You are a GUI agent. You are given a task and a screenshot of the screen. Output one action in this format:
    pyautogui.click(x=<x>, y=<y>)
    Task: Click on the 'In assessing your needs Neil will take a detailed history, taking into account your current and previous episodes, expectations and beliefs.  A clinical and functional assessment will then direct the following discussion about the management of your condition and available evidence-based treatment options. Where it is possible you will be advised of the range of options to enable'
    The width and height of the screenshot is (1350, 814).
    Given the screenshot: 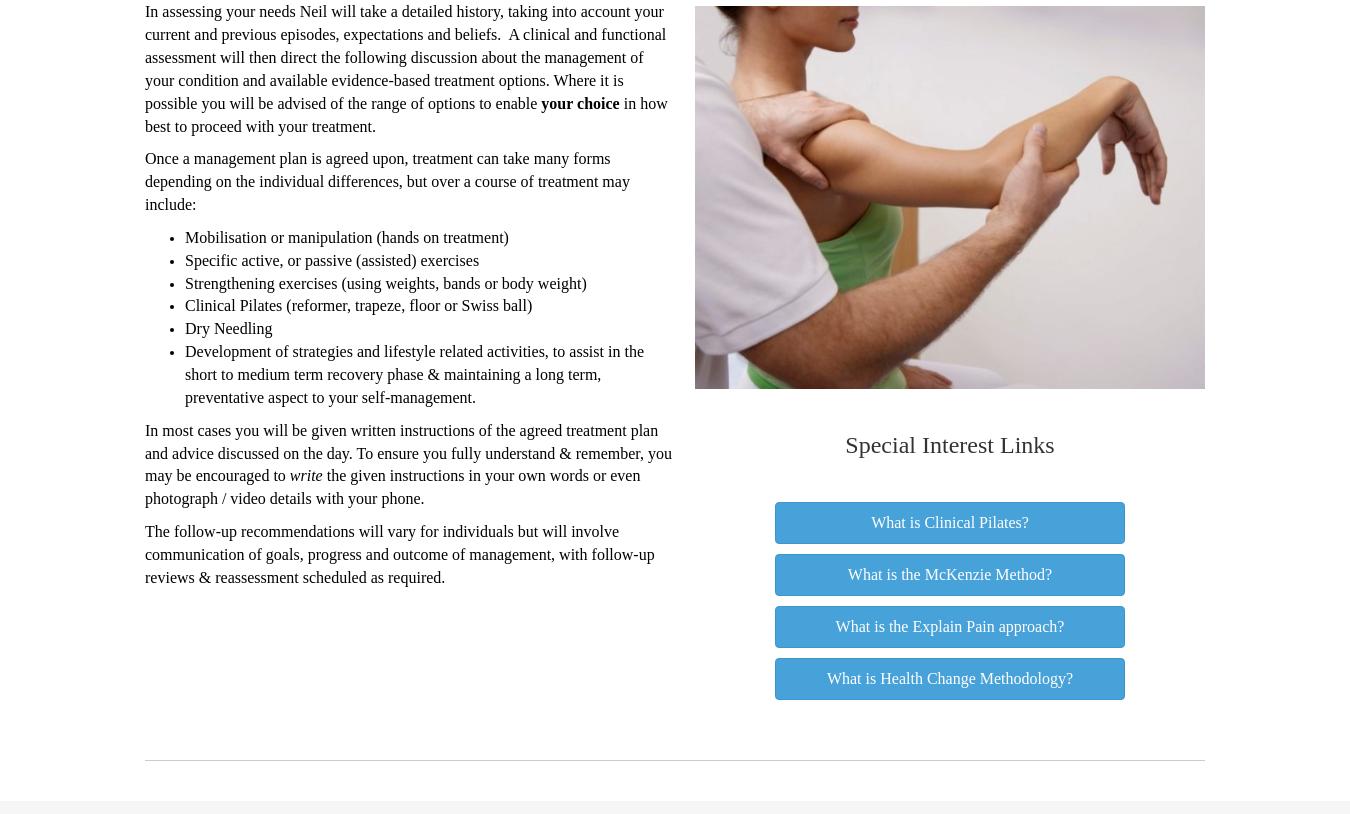 What is the action you would take?
    pyautogui.click(x=405, y=55)
    